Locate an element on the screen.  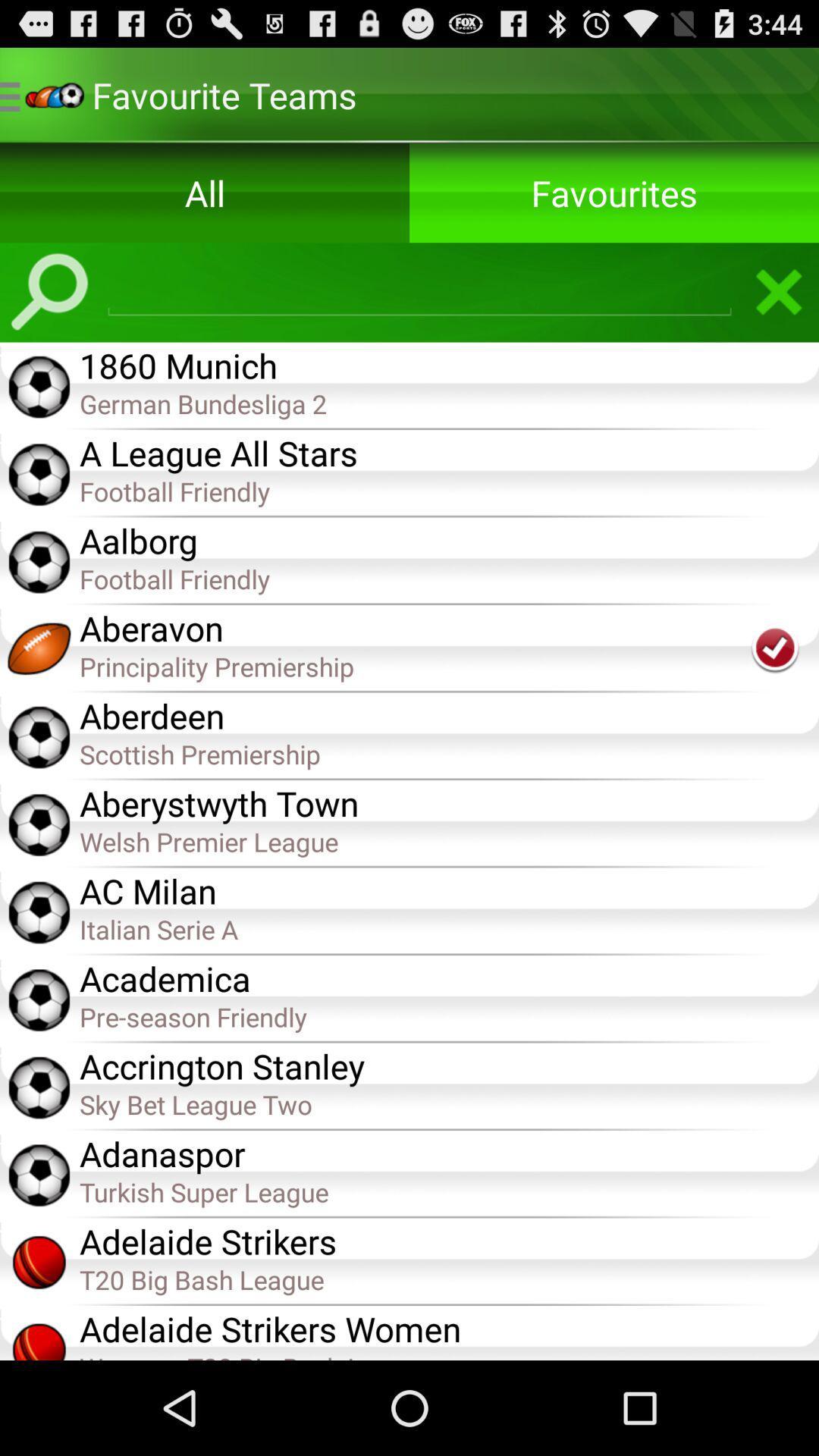
sky bet league item is located at coordinates (448, 1103).